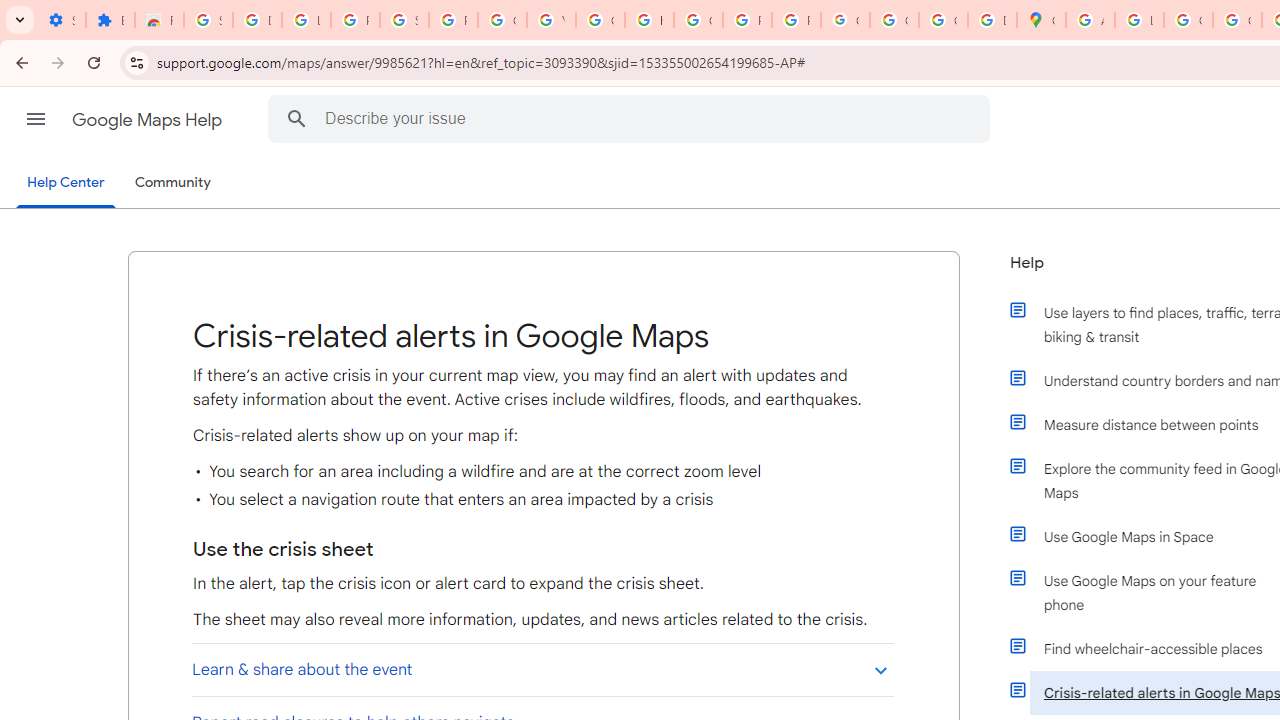  What do you see at coordinates (296, 118) in the screenshot?
I see `'Search Help Center'` at bounding box center [296, 118].